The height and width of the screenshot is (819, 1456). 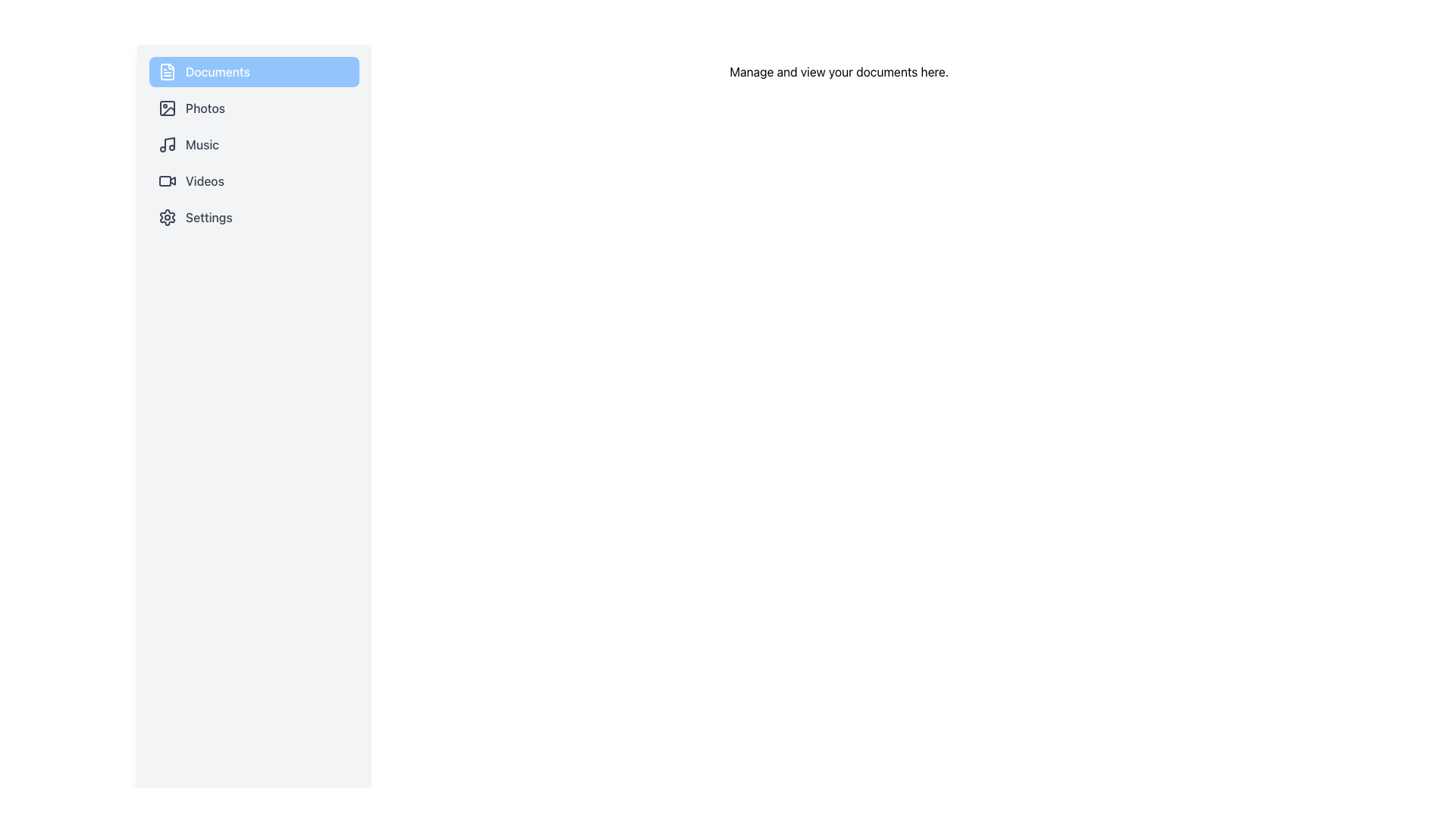 I want to click on the 'Videos' menu item in the vertical navigation bar, so click(x=254, y=180).